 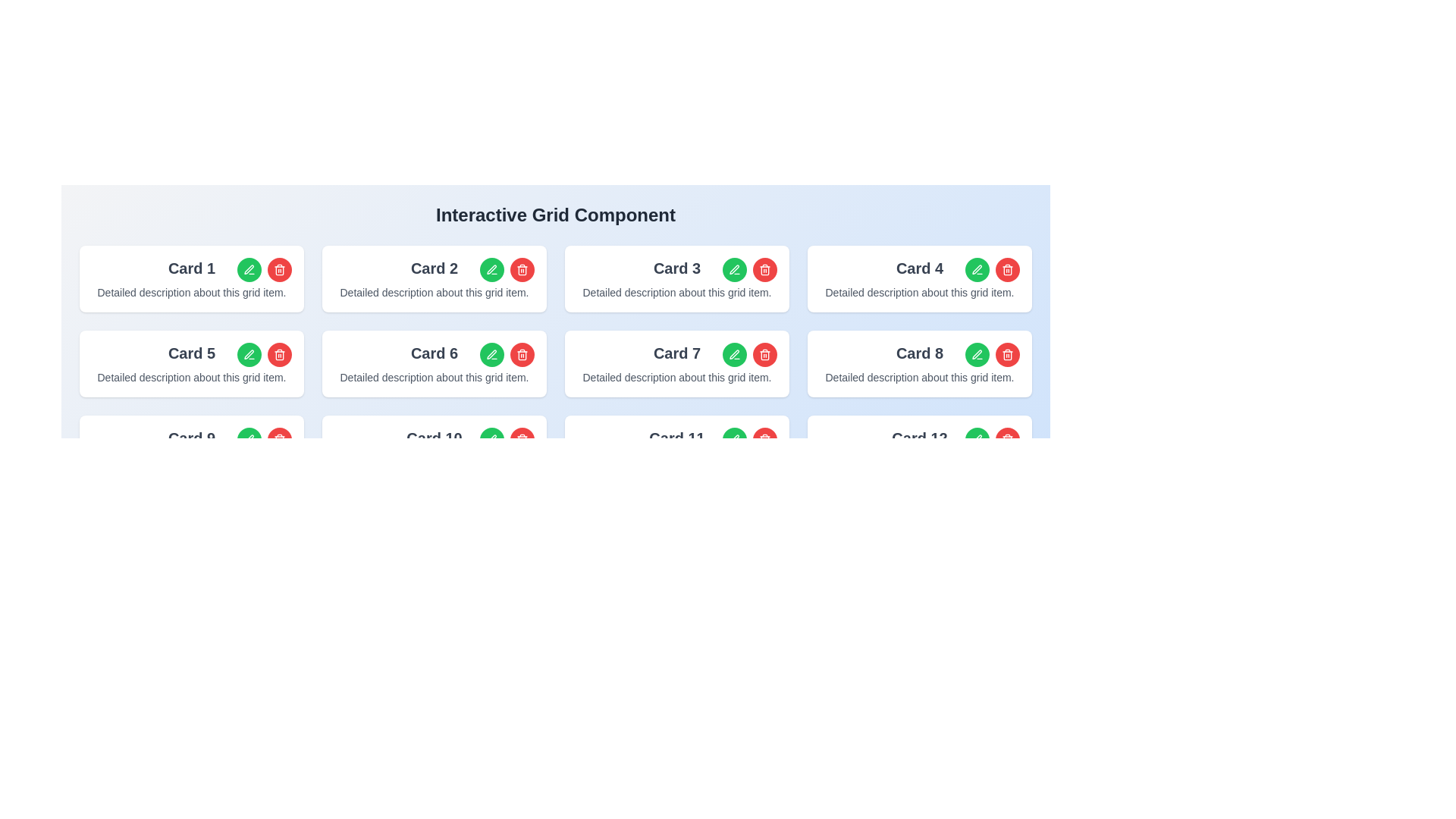 I want to click on text content of the text block displaying 'Detailed description about this grid item.' located below the 'Card 4' heading in the white card component, so click(x=919, y=292).